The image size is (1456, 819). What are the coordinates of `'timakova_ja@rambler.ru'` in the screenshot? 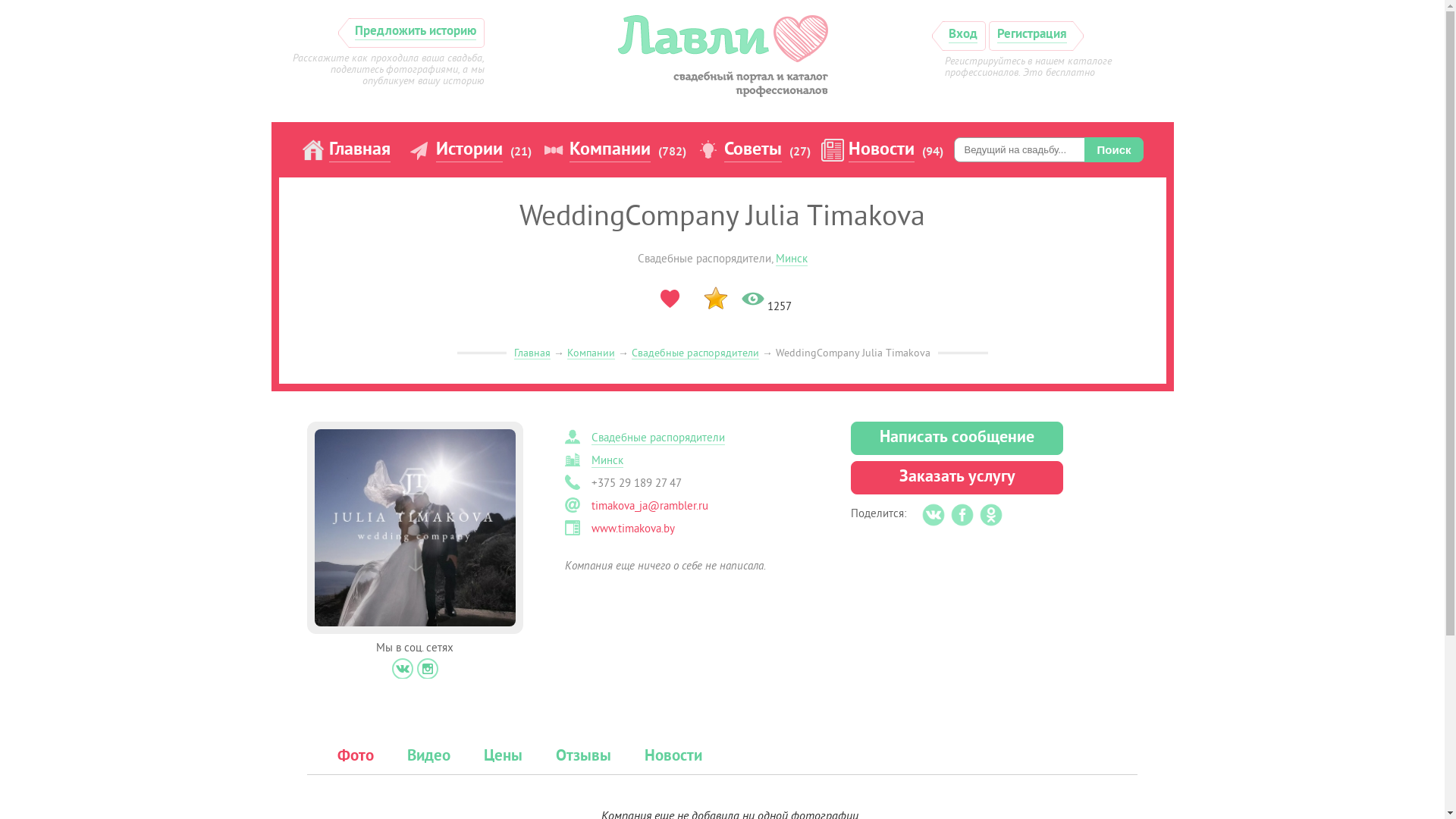 It's located at (650, 506).